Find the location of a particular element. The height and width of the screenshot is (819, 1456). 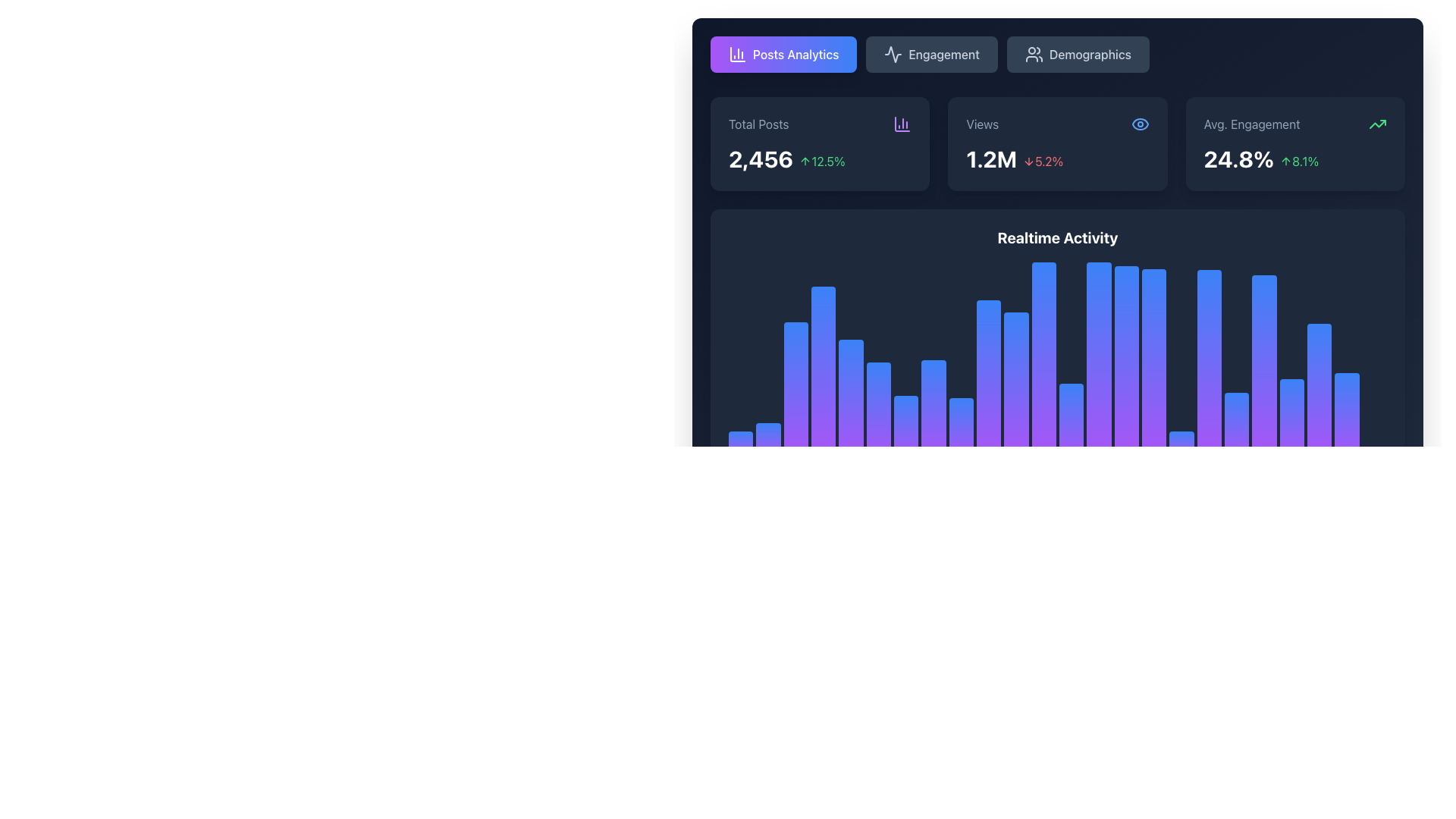

the displayed numeric value representing the count of total posts in the 'Posts Analytics' section of the dashboard is located at coordinates (761, 158).